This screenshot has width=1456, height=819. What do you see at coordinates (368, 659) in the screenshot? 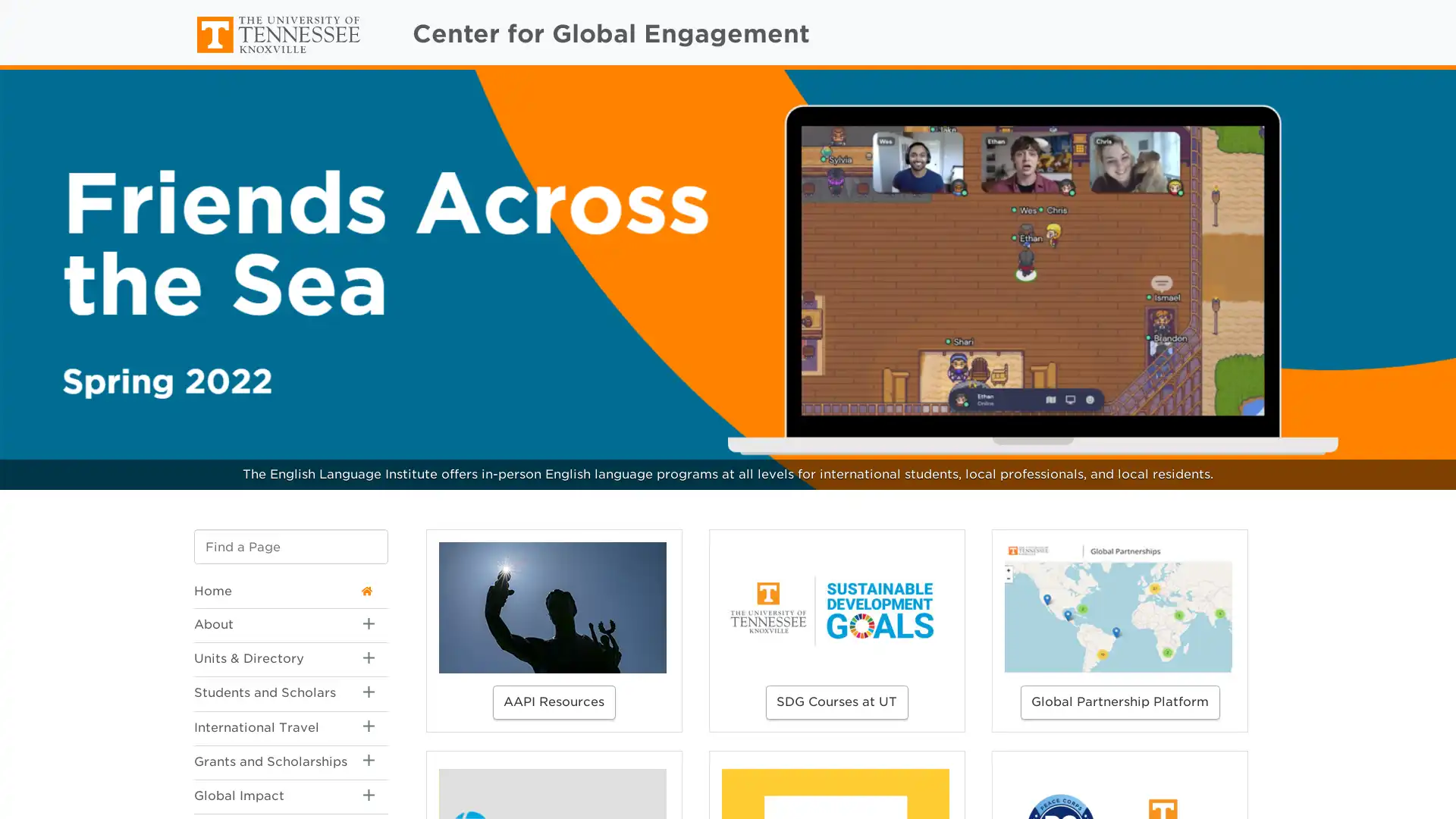
I see `Toggle Sub Menu` at bounding box center [368, 659].